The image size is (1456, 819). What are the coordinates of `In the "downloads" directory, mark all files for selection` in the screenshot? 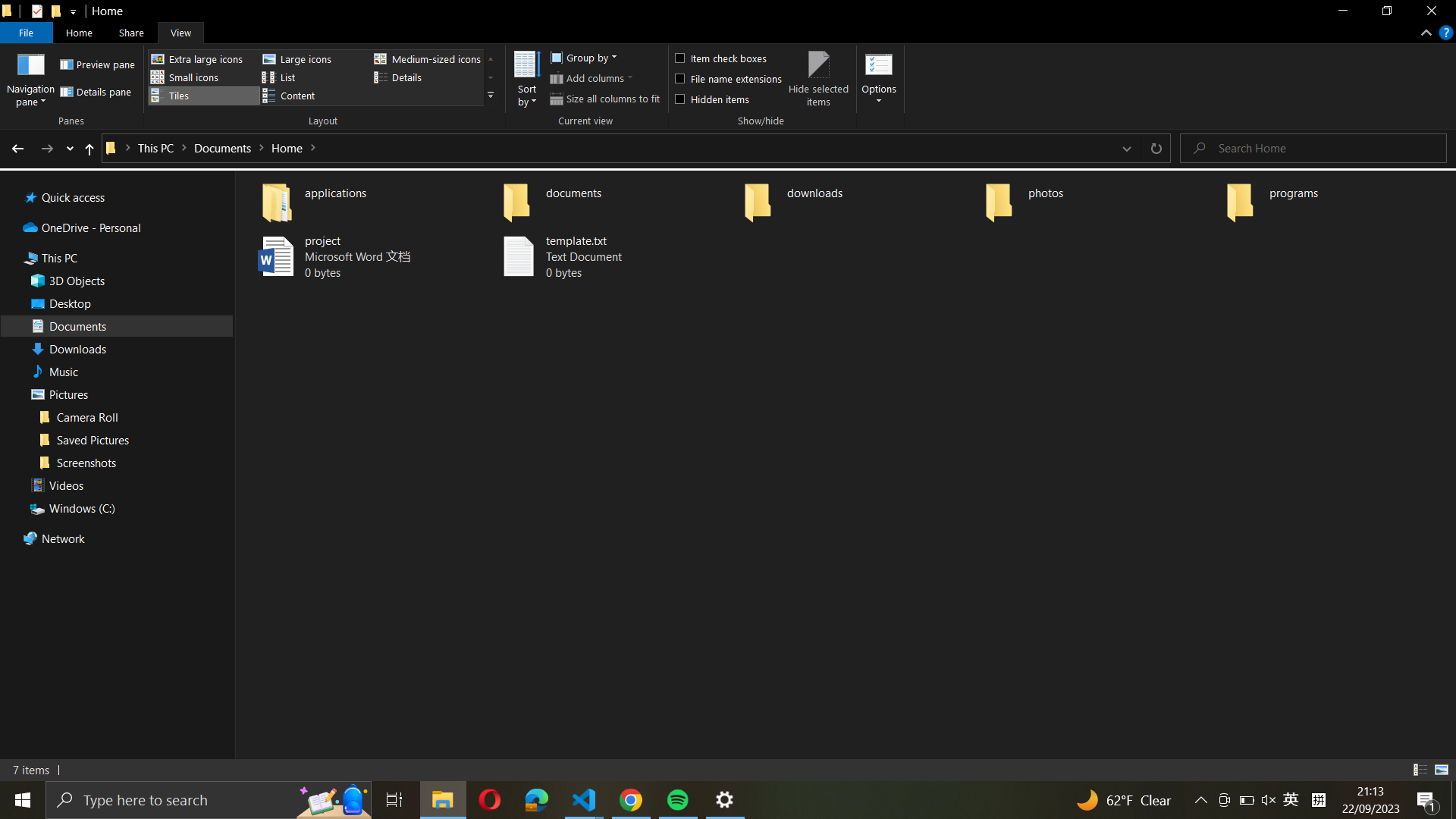 It's located at (858, 198).